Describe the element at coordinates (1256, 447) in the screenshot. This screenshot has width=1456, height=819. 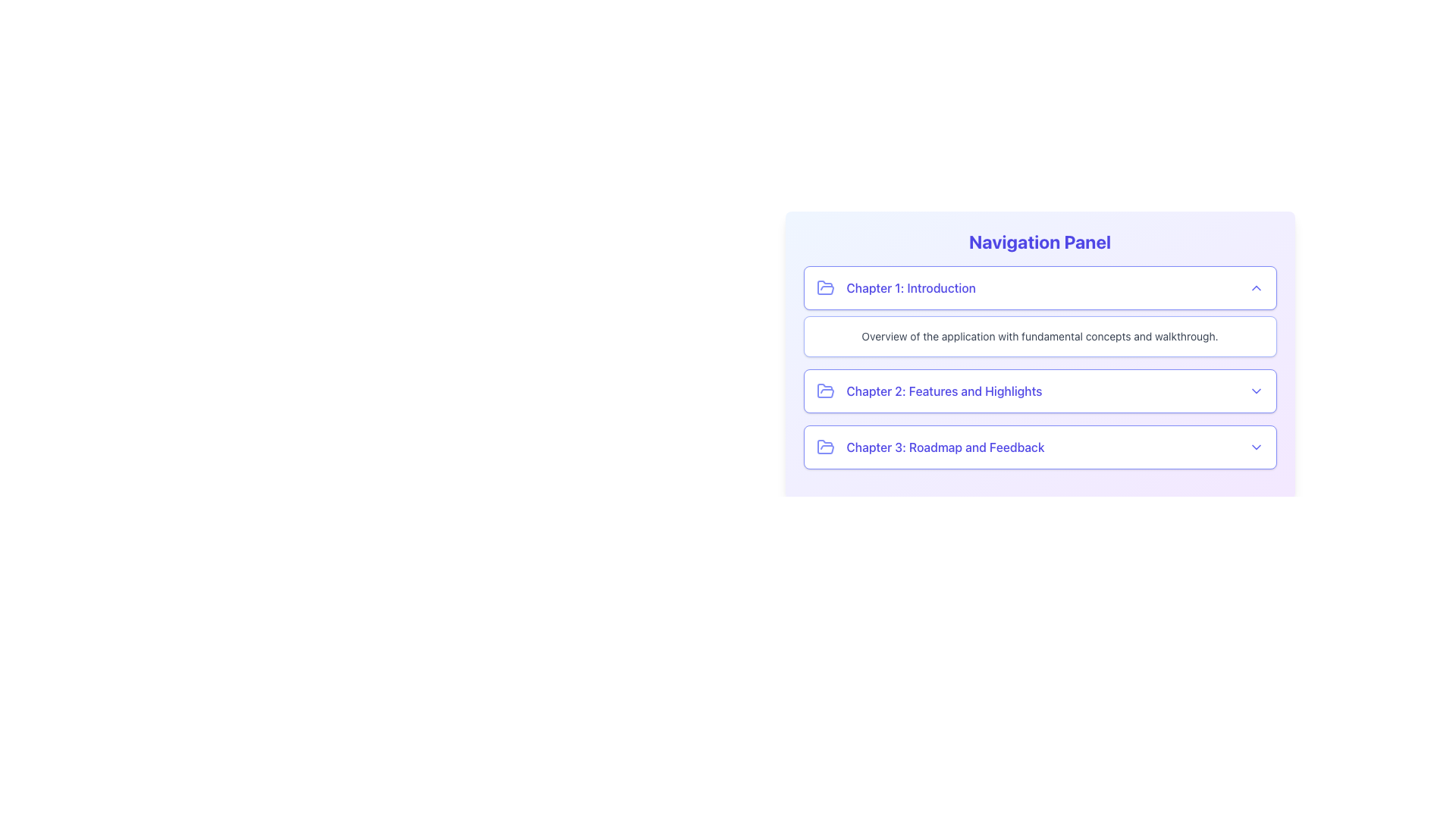
I see `the downward-facing chevron icon at the rightmost end of the 'Chapter 3: Roadmap and Feedback' row in the navigation panel` at that location.